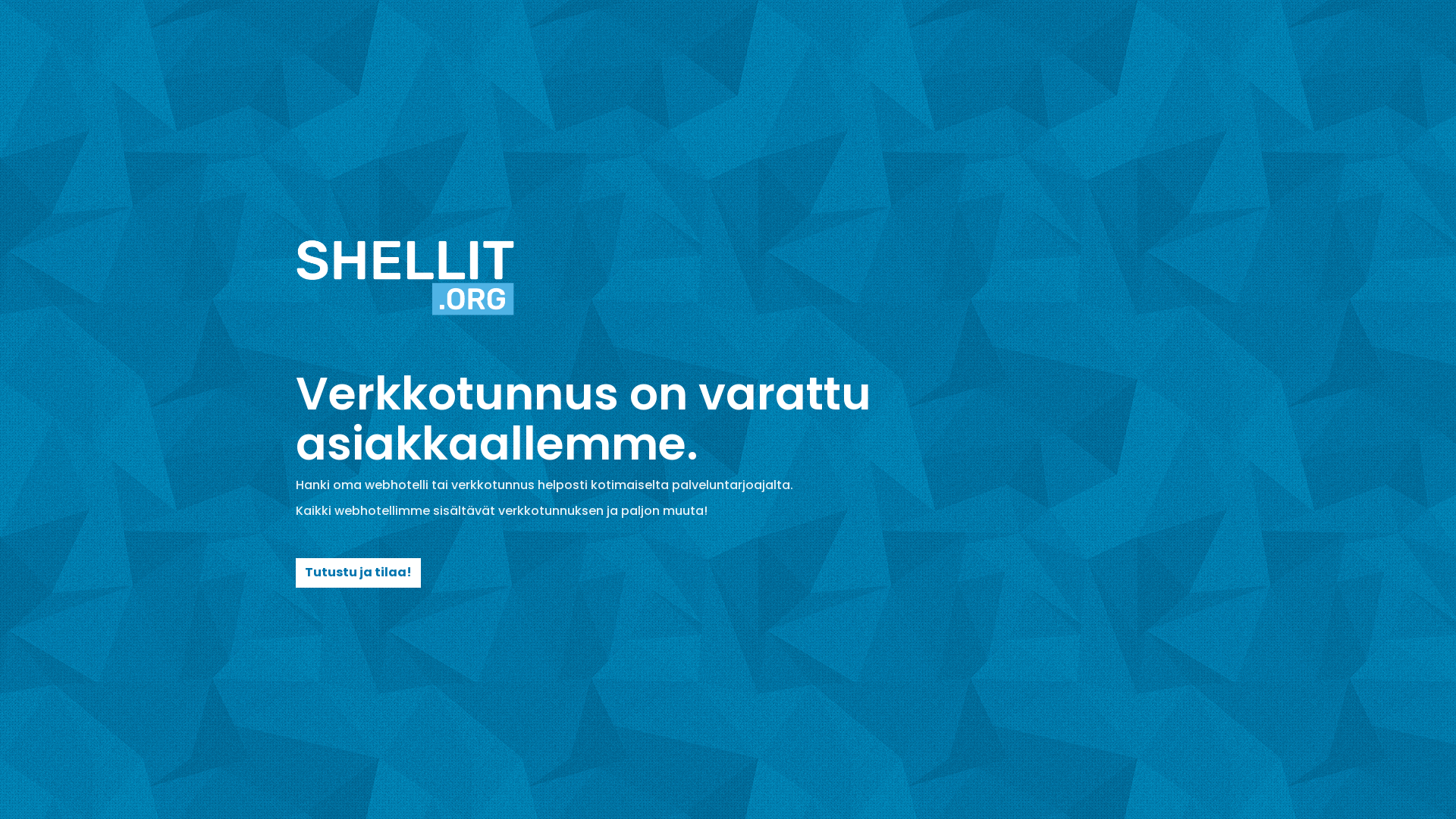 Image resolution: width=1456 pixels, height=819 pixels. I want to click on 'Tutustu ja tilaa!', so click(357, 573).